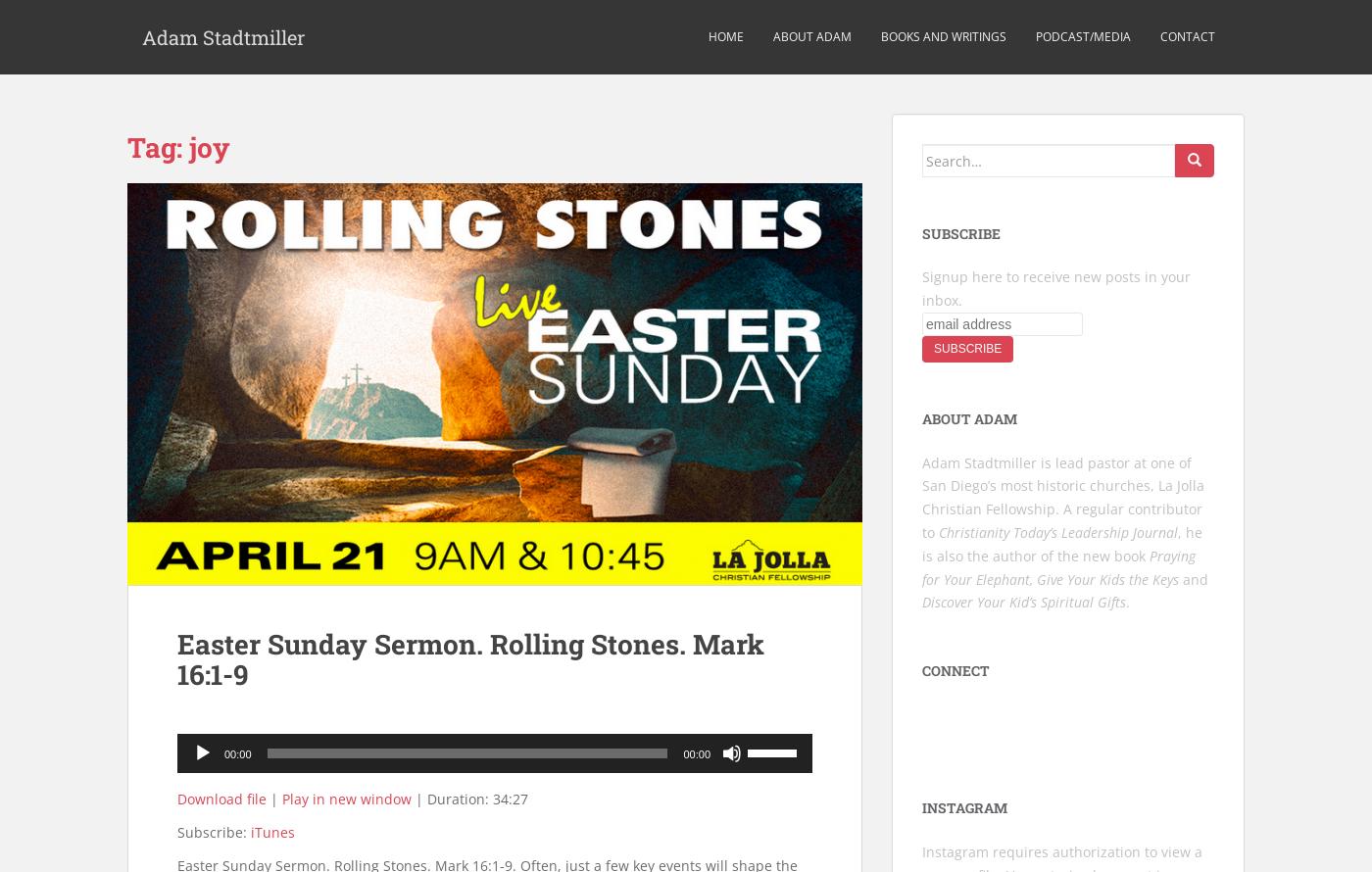 The image size is (1372, 872). What do you see at coordinates (1195, 577) in the screenshot?
I see `'and'` at bounding box center [1195, 577].